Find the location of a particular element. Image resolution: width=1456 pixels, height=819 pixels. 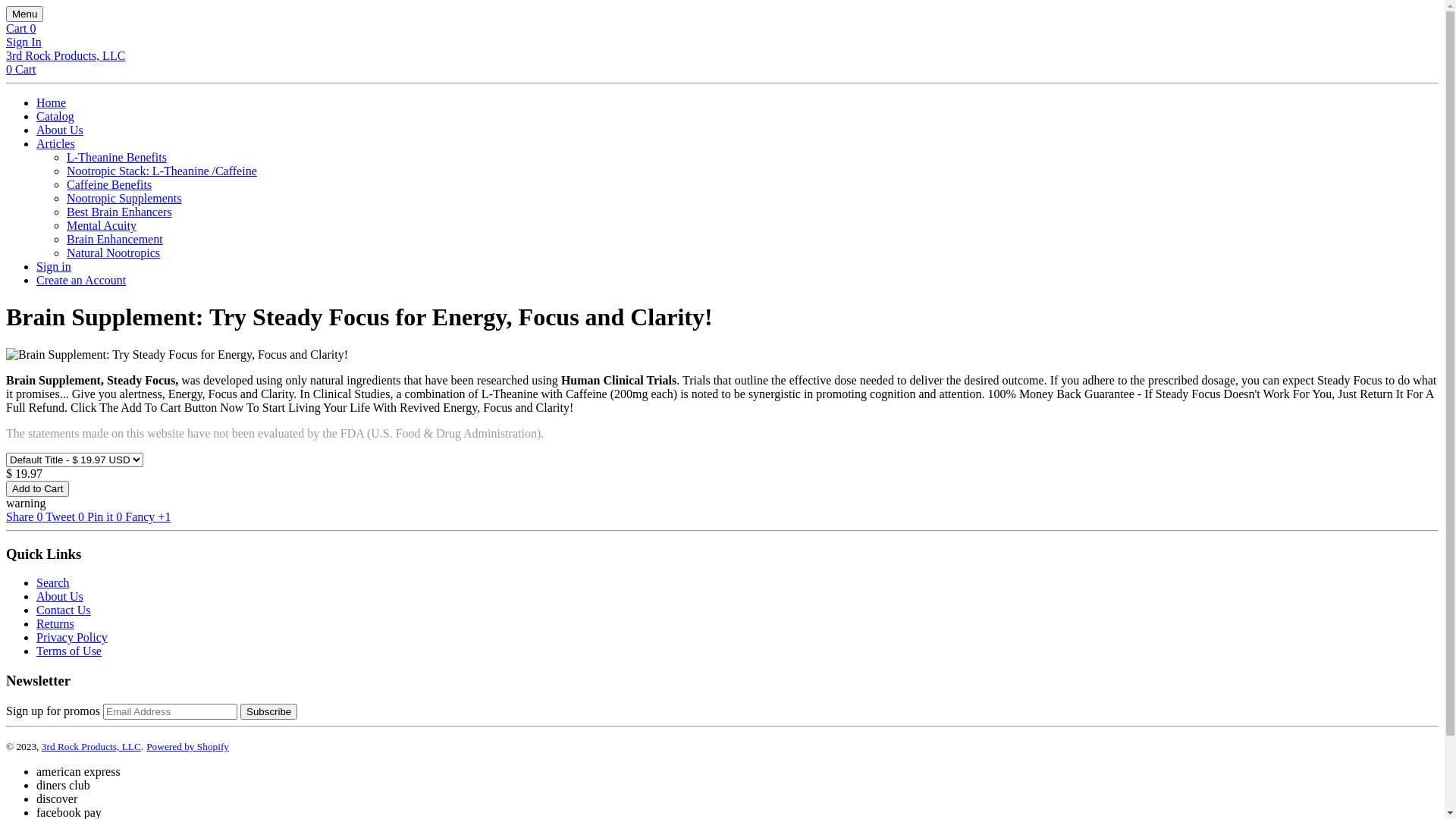

'Fancy' is located at coordinates (141, 516).